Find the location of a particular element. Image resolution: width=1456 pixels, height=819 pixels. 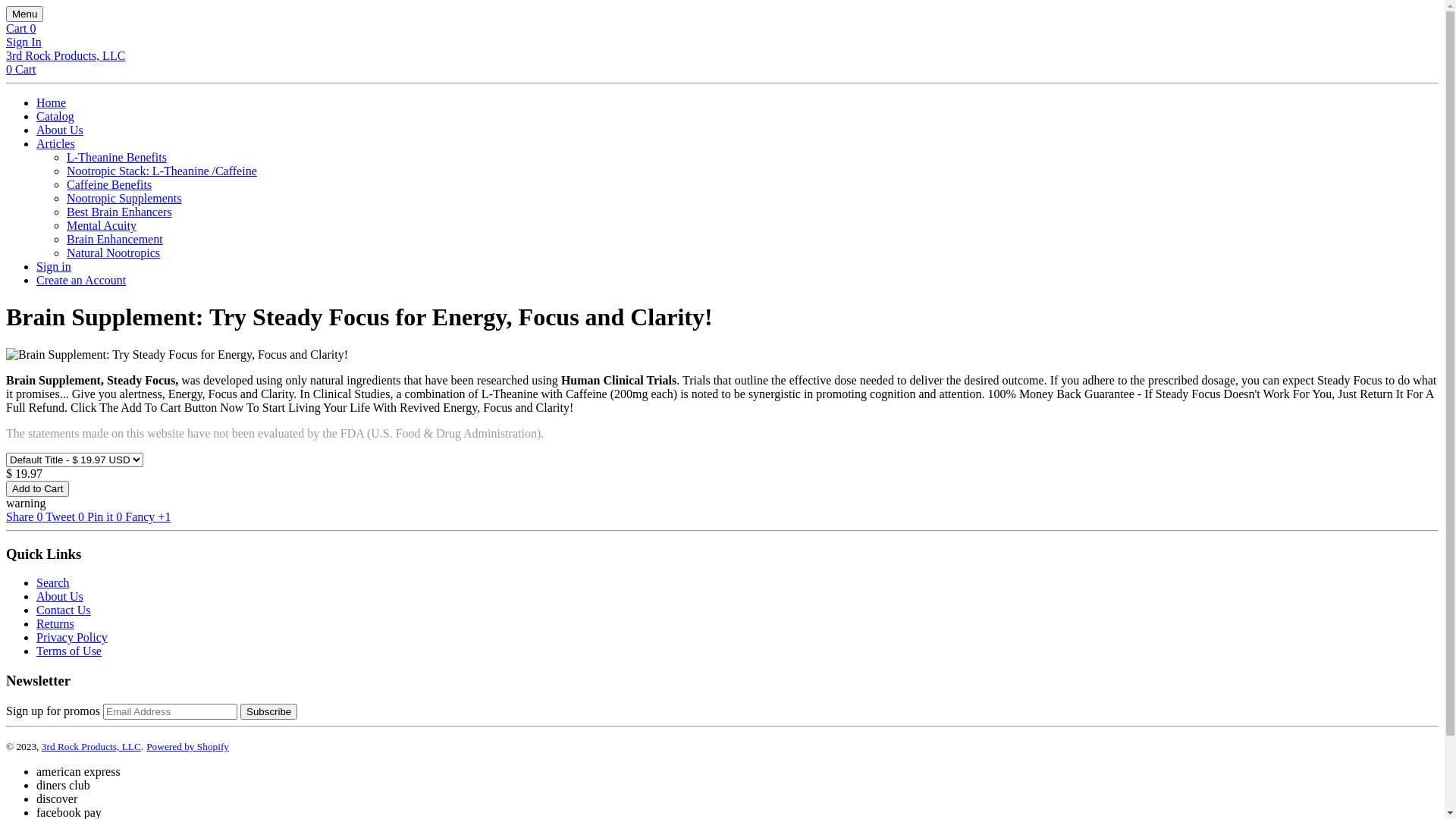

'Fancy' is located at coordinates (141, 516).